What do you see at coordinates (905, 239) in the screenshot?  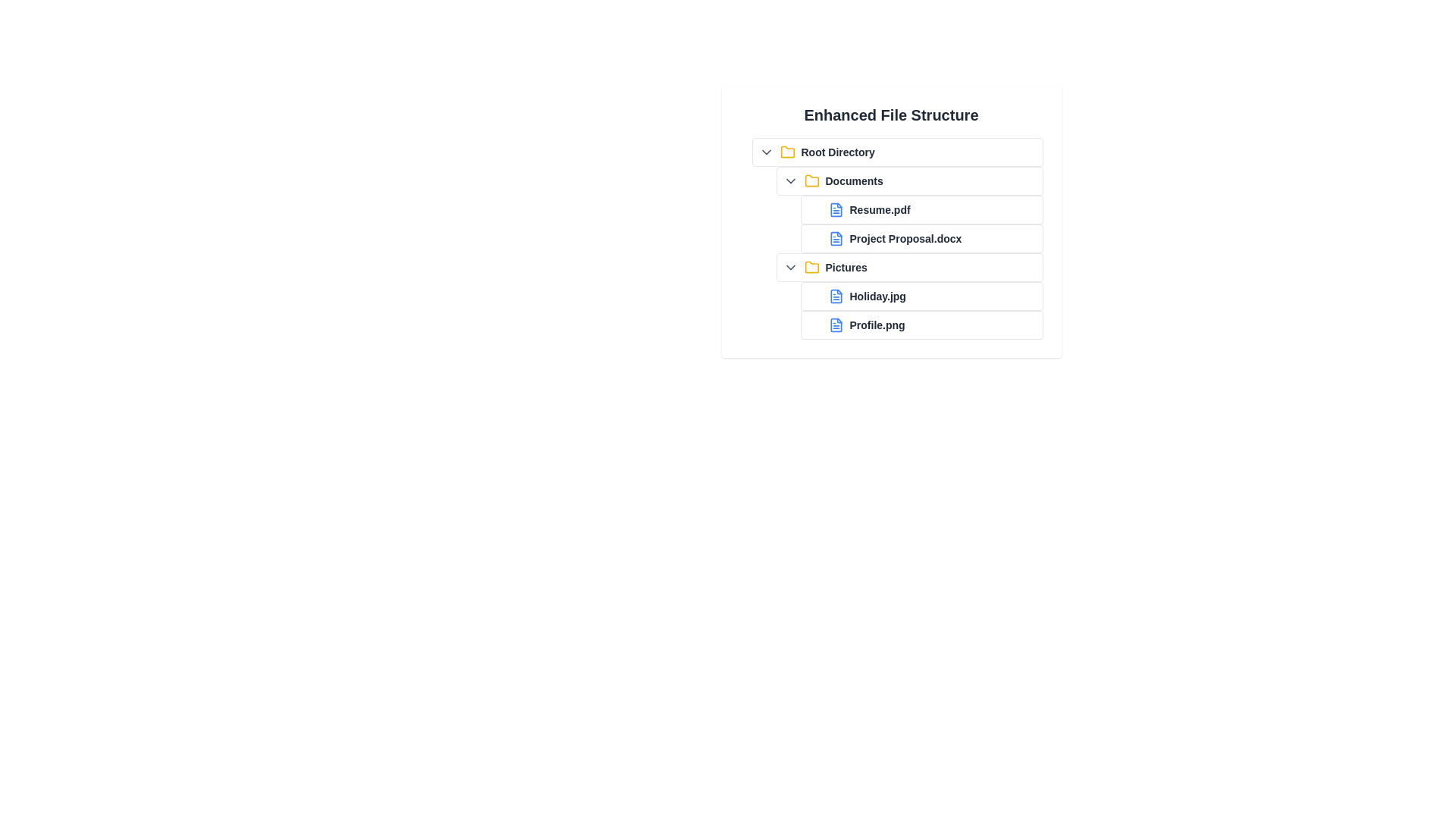 I see `the text label displaying 'Project Proposal.docx', which is the second label in the Documents folder file list` at bounding box center [905, 239].